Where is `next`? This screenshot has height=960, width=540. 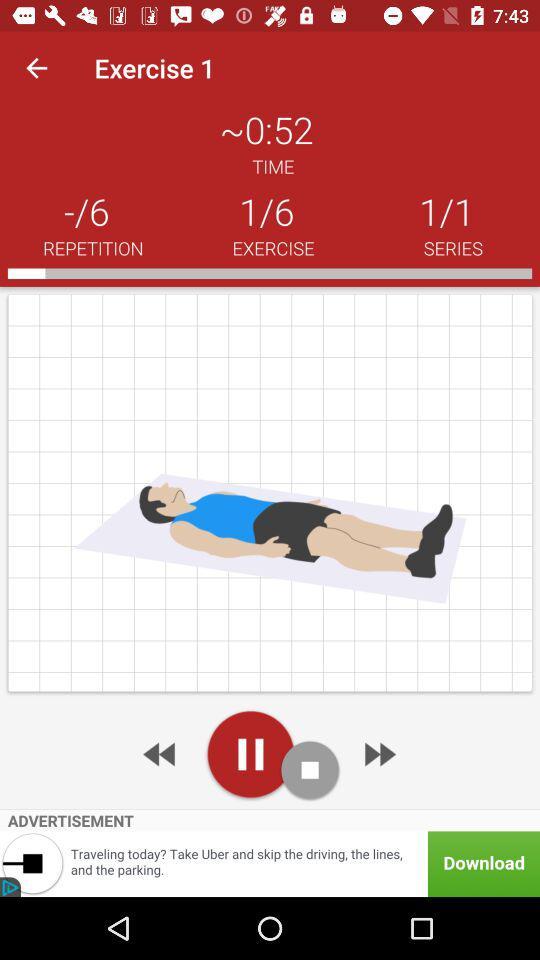 next is located at coordinates (378, 753).